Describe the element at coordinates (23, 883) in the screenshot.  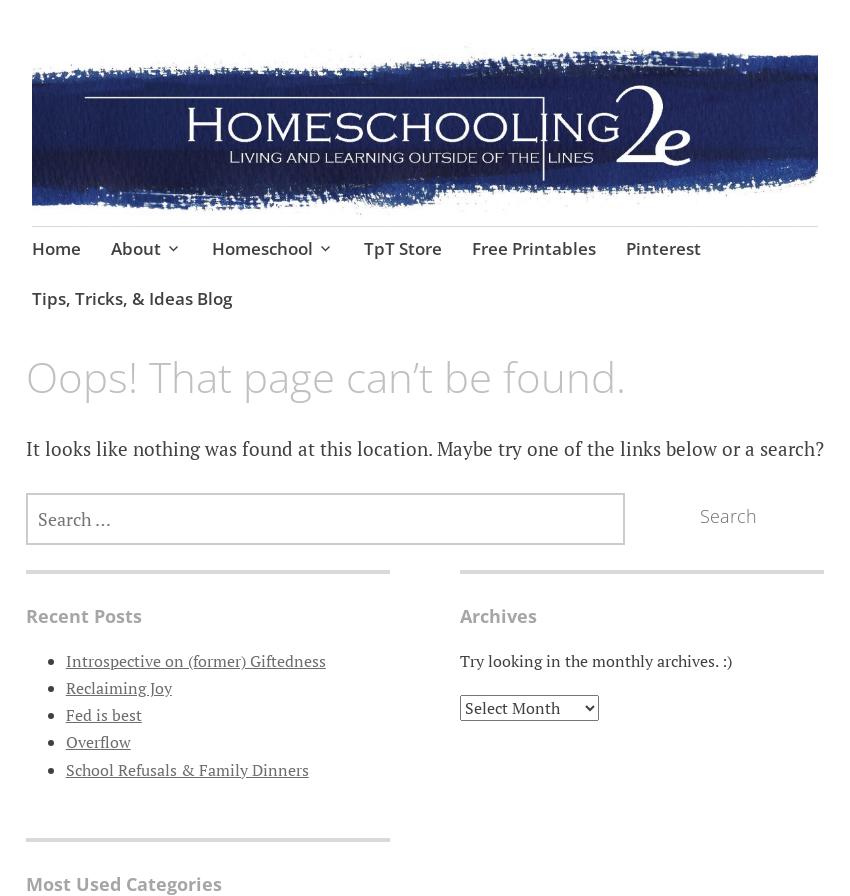
I see `'Most Used Categories'` at that location.